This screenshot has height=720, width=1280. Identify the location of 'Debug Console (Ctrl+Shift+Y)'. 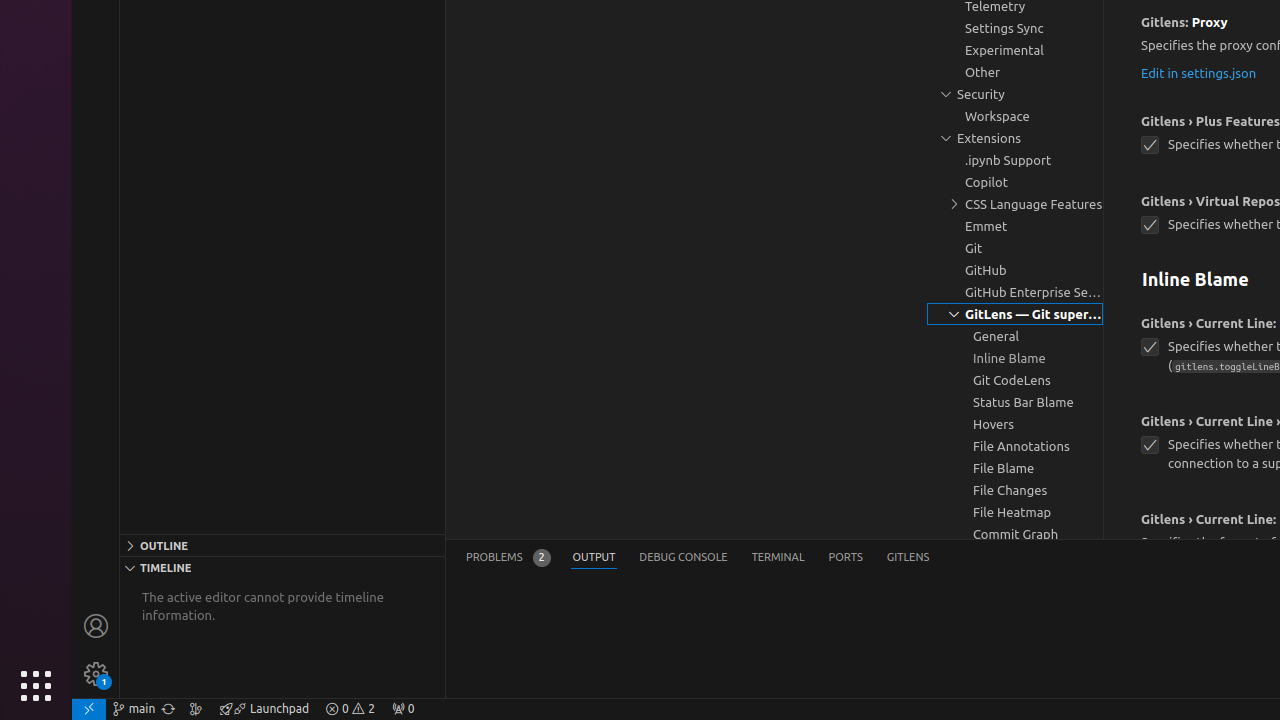
(683, 557).